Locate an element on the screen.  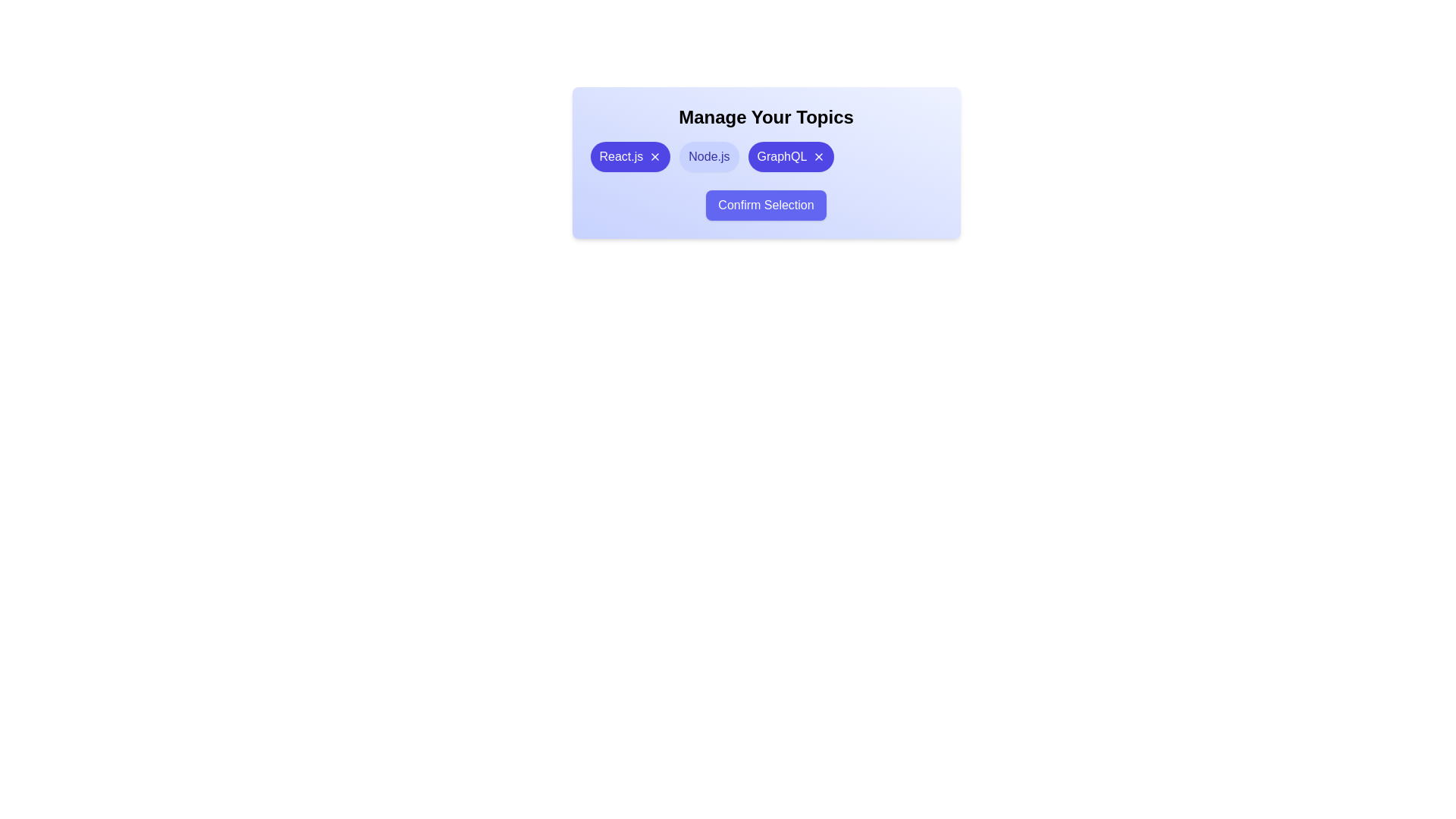
the close icon of the chip labeled React.js is located at coordinates (655, 157).